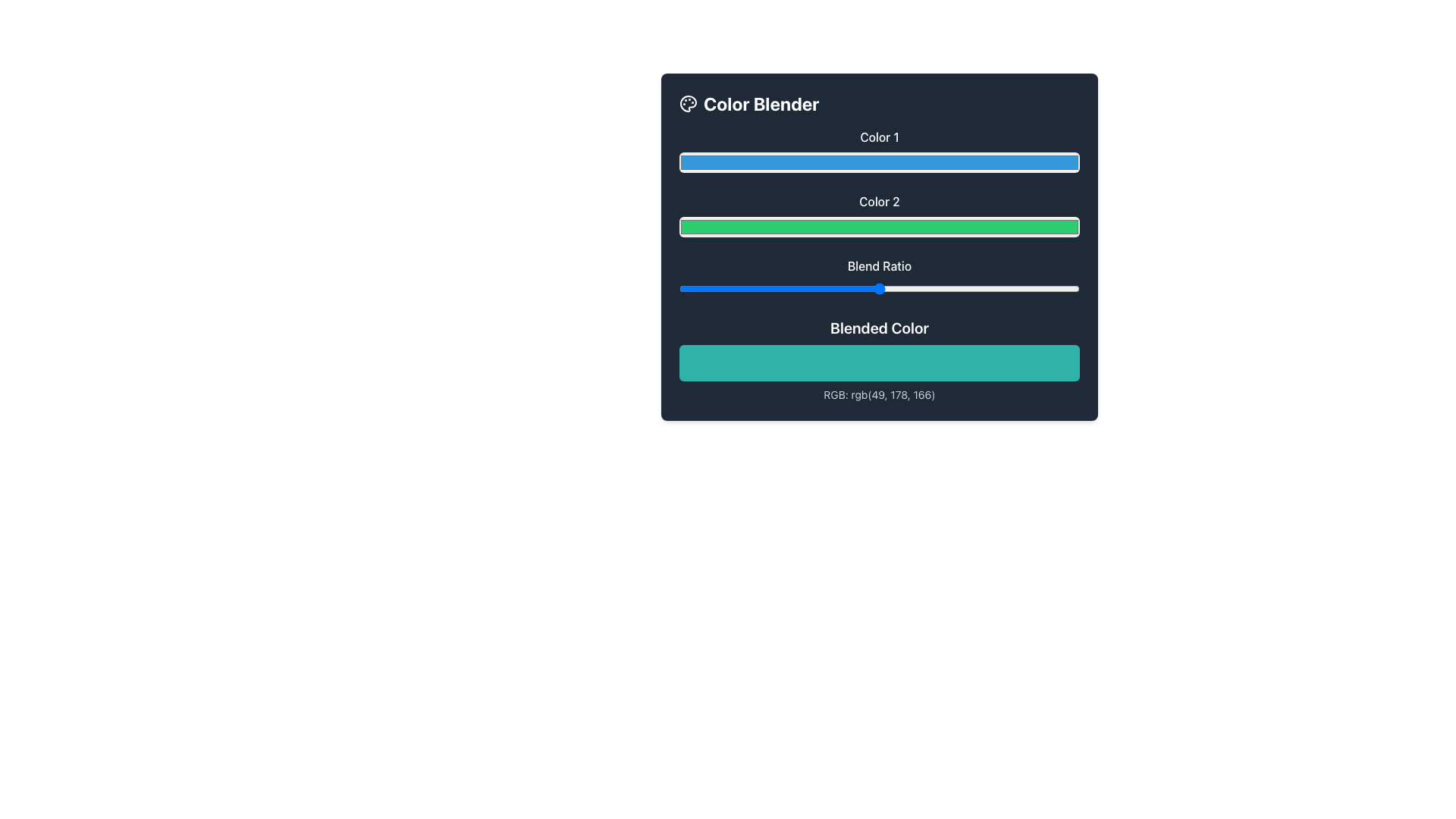  Describe the element at coordinates (896, 289) in the screenshot. I see `the Blend Ratio slider` at that location.